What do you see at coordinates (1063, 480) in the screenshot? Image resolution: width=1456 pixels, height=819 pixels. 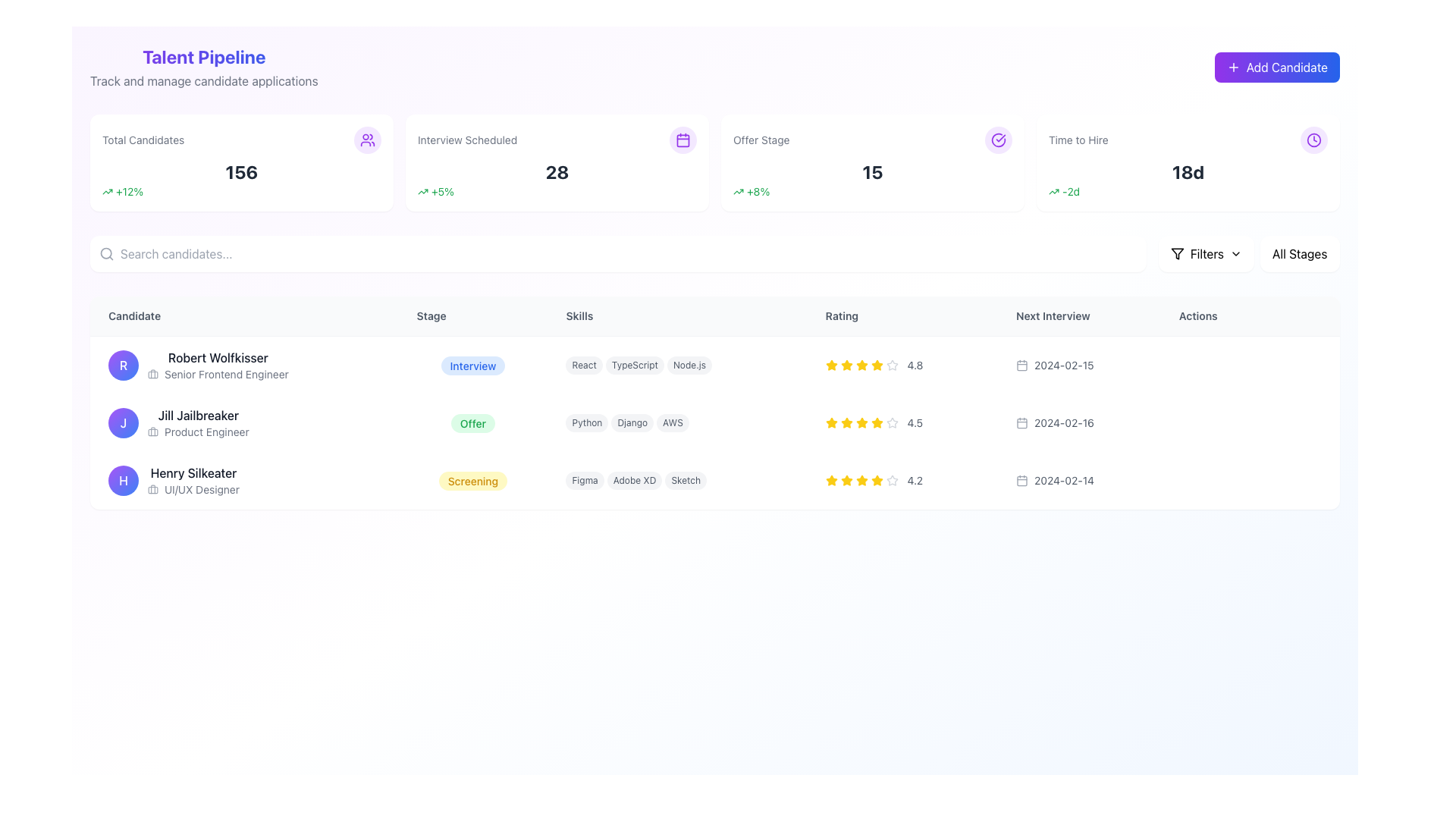 I see `the text label displaying the date of the next interview for 'Henry Silkeater' in the 'Next Interview' column of the table` at bounding box center [1063, 480].